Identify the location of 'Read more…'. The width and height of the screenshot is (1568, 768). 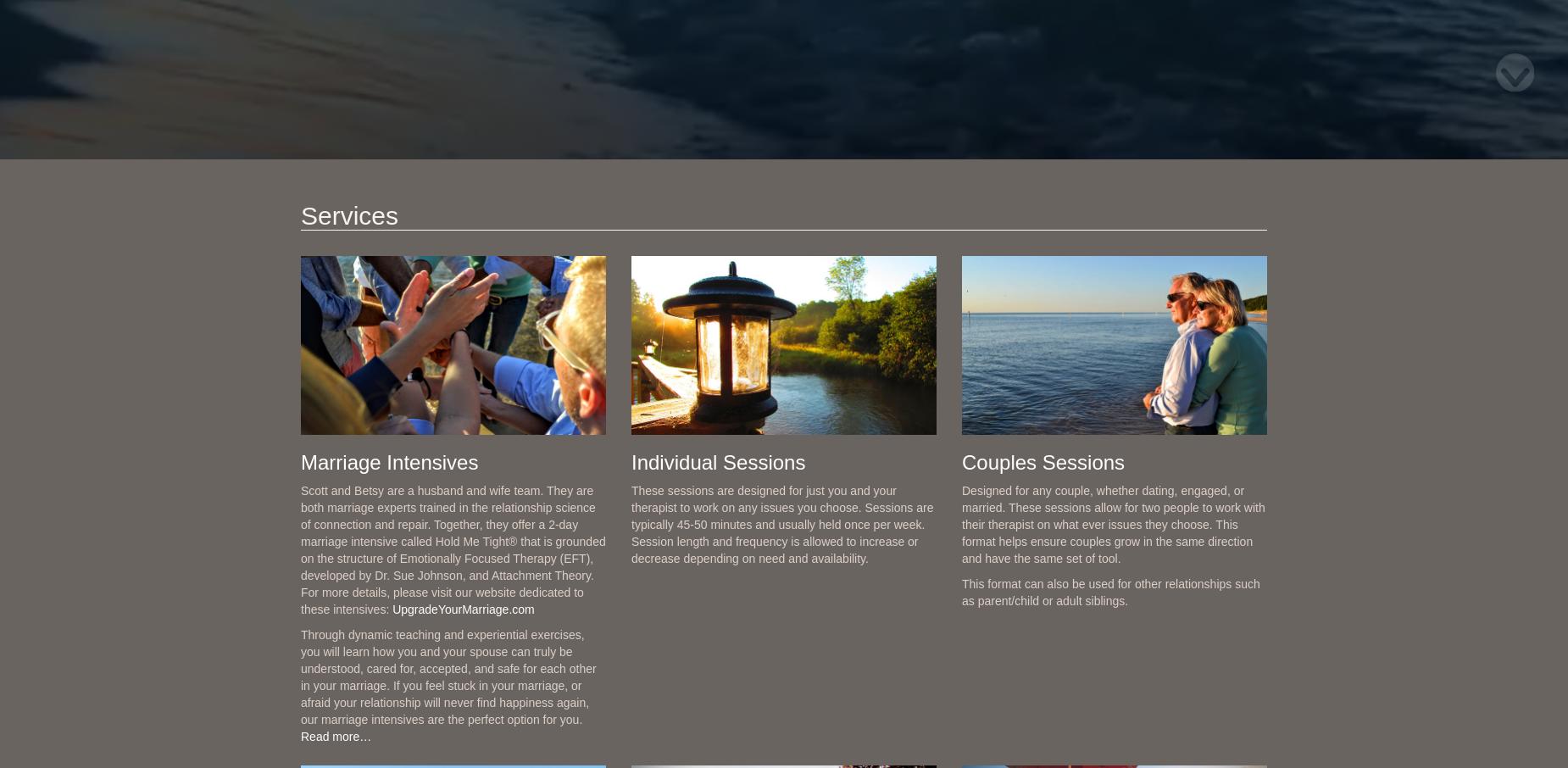
(300, 737).